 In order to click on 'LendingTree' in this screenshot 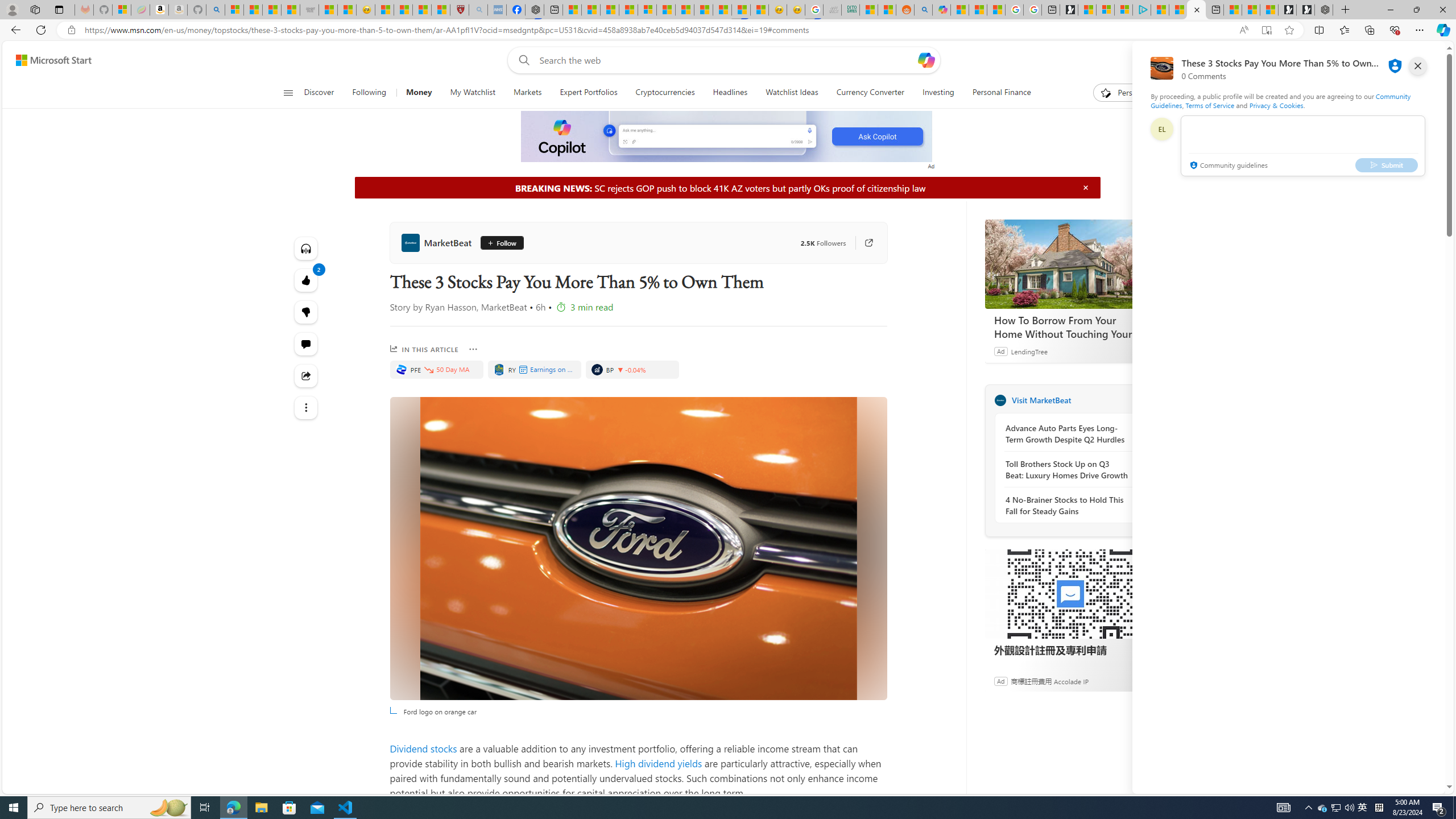, I will do `click(1029, 350)`.